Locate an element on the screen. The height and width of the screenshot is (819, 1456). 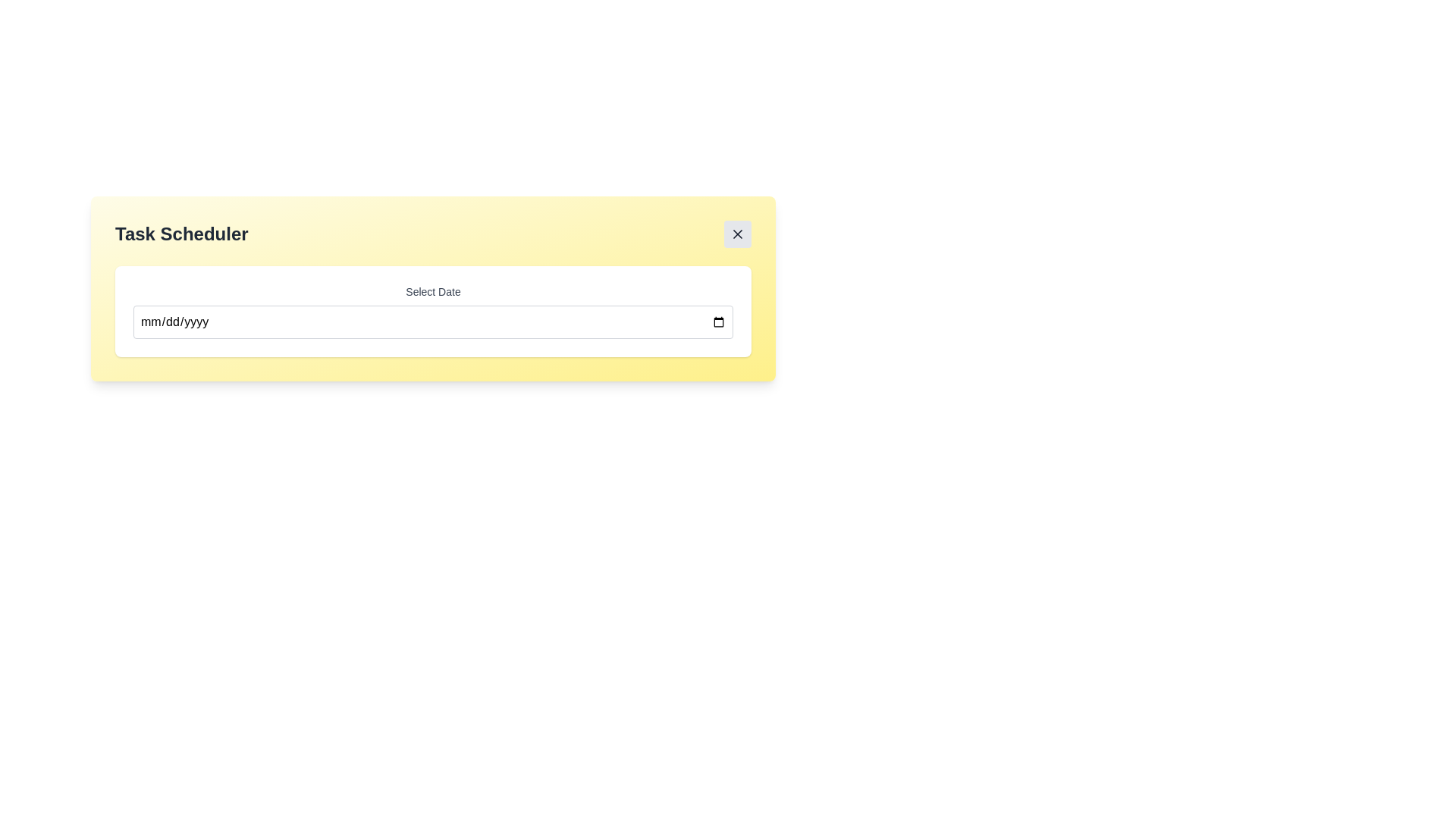
the 'X' icon in the top-right corner of the 'Task Scheduler' card is located at coordinates (738, 234).